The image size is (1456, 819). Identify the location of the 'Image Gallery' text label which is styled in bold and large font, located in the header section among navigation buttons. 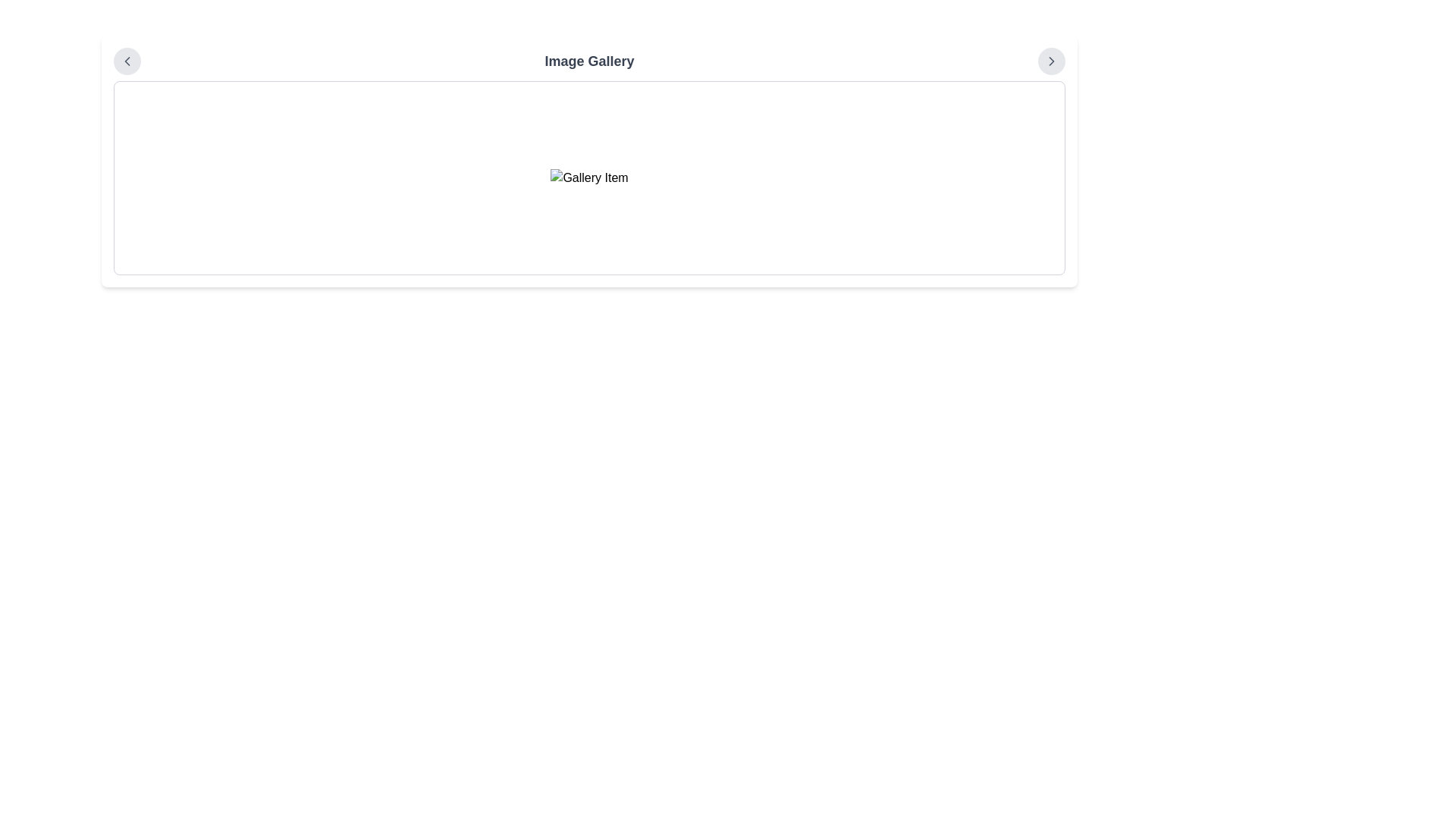
(588, 61).